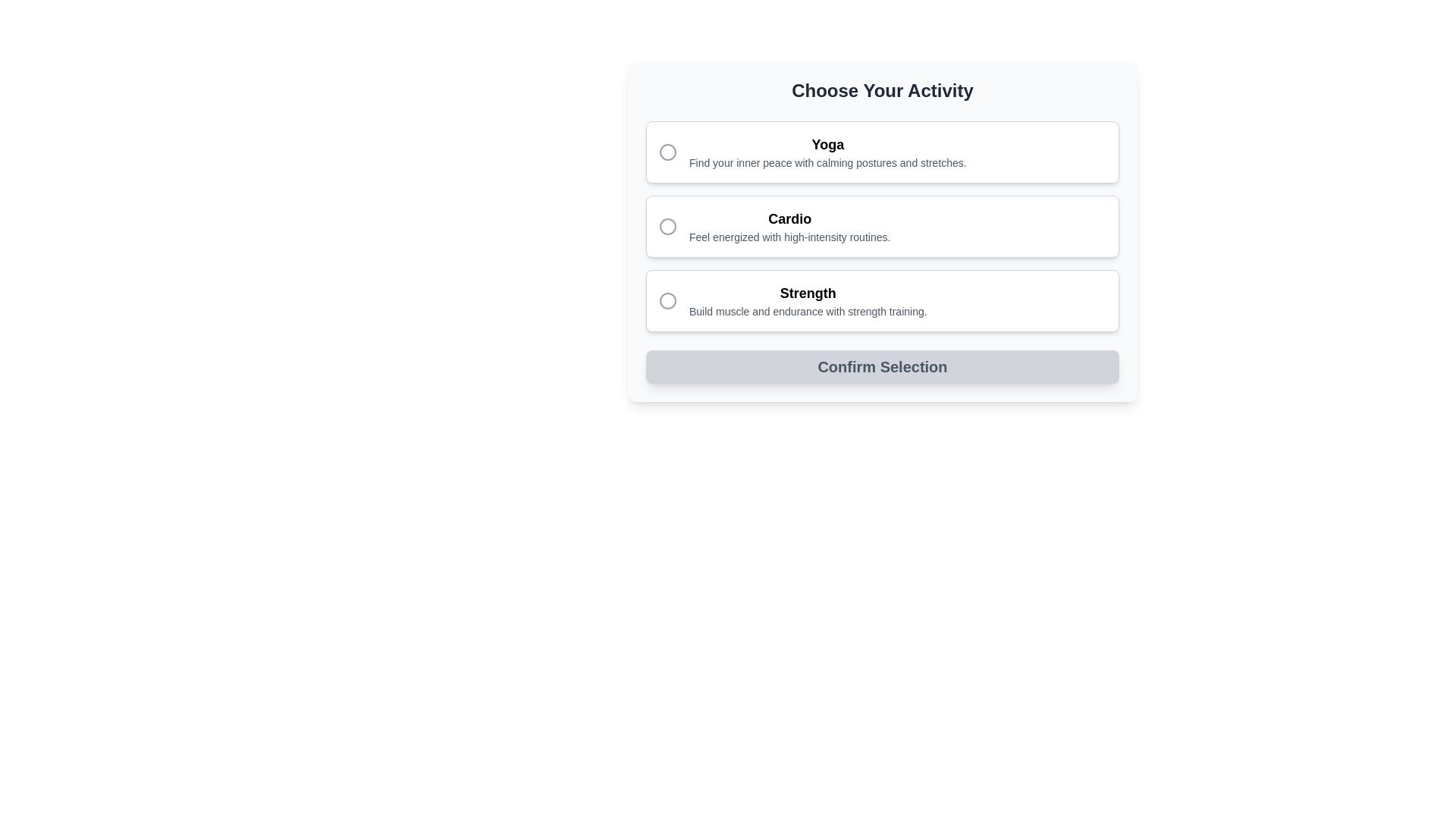  What do you see at coordinates (667, 152) in the screenshot?
I see `the Checkbox or selection indicator located adjacent to the text 'Yoga' in the vertical list of selectable options` at bounding box center [667, 152].